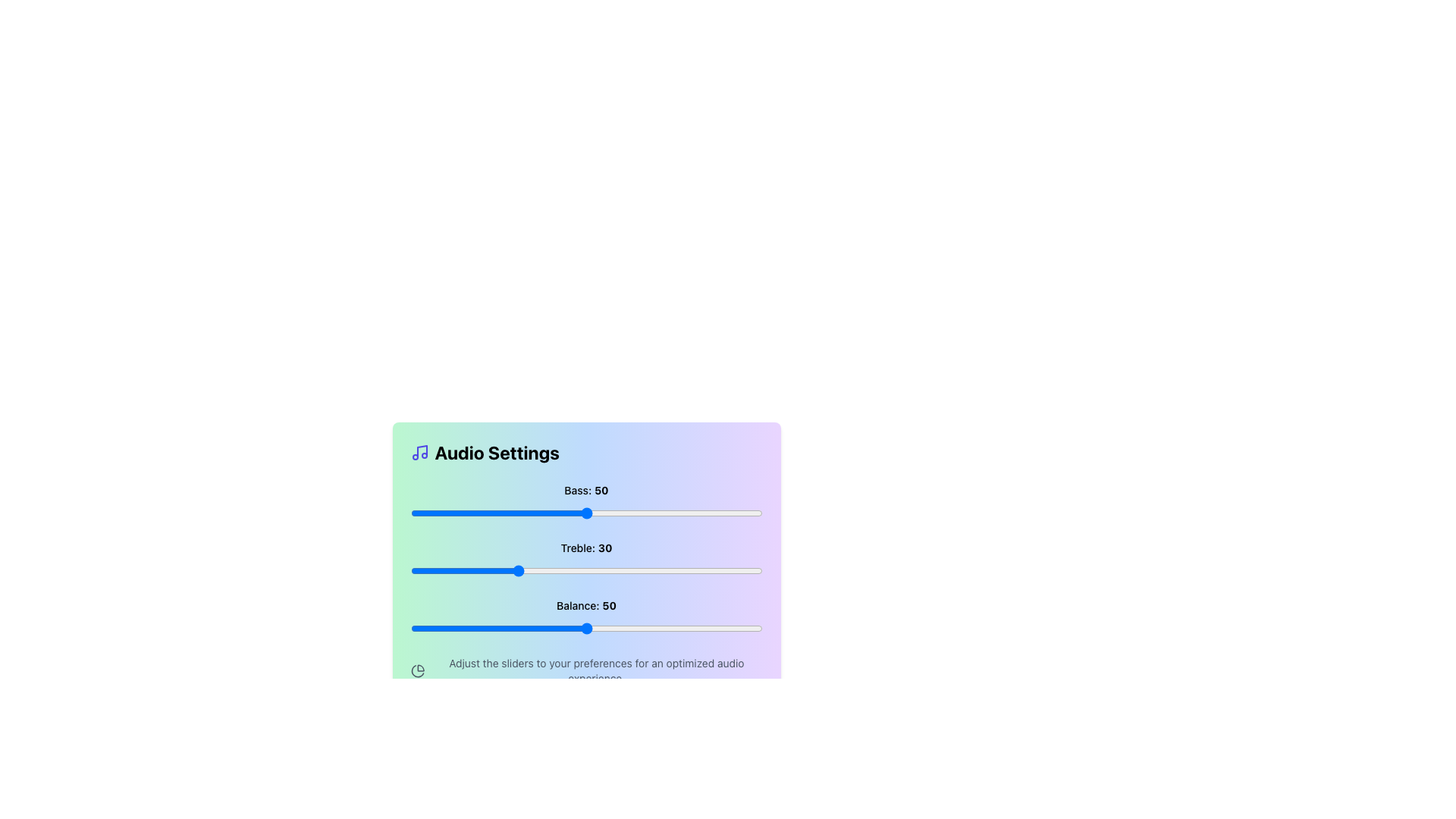  What do you see at coordinates (585, 548) in the screenshot?
I see `the Text Label element displaying 'Treble: 30', which is styled with 'Treble' normally and '30' in bold, located within the audio settings interface` at bounding box center [585, 548].